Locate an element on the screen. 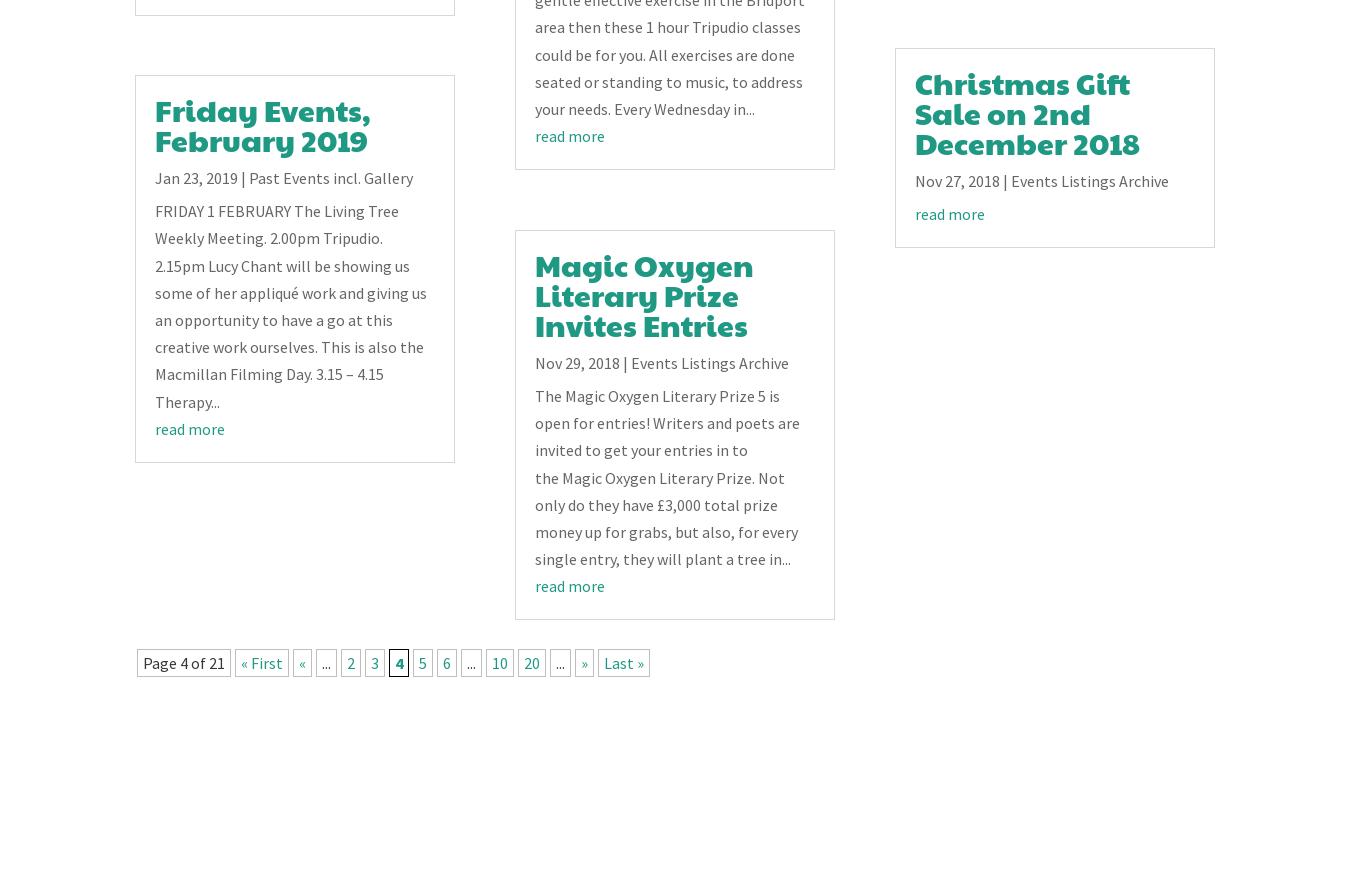 The height and width of the screenshot is (877, 1350). '10' is located at coordinates (490, 663).